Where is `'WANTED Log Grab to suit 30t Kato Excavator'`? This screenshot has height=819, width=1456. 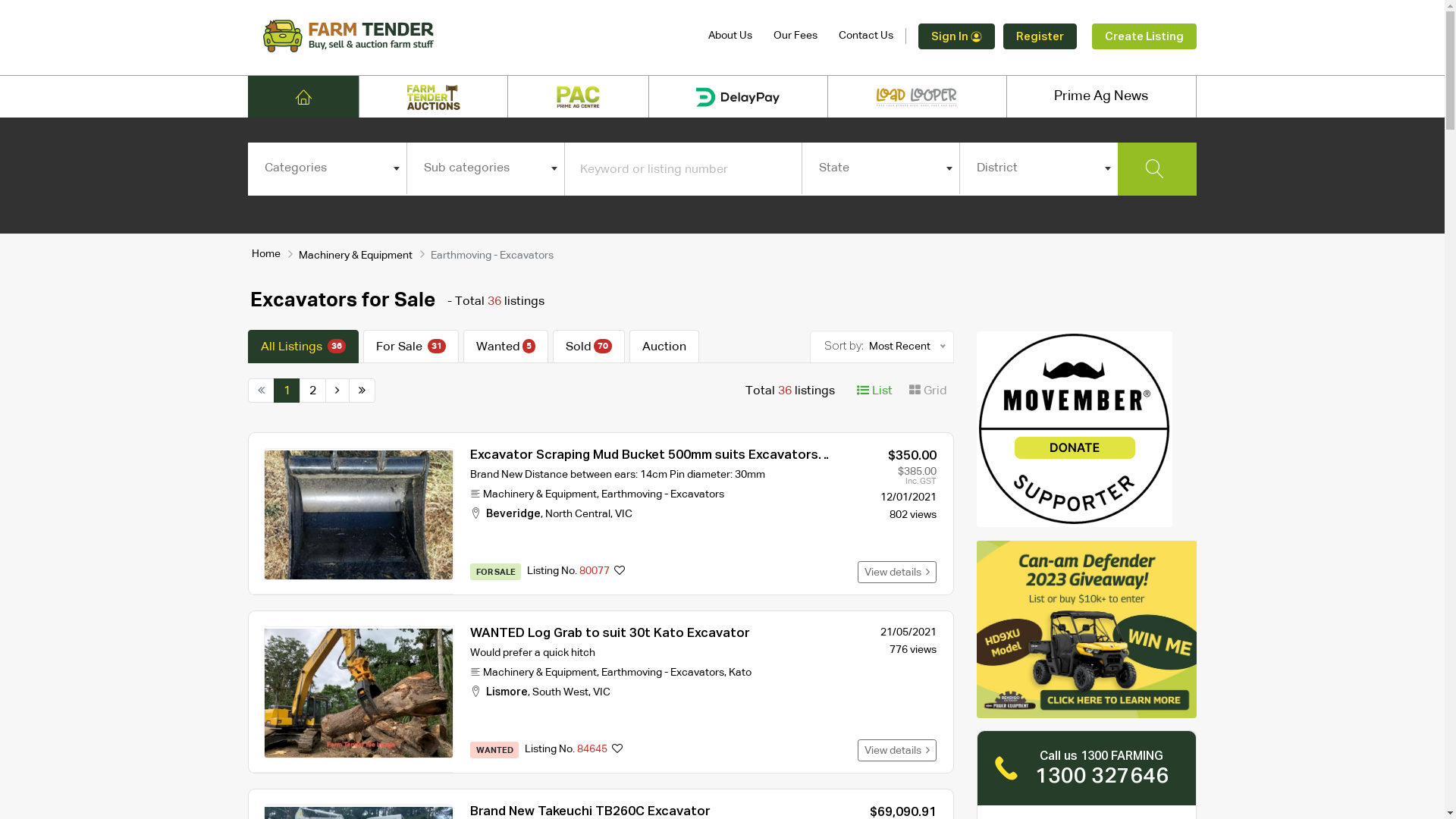
'WANTED Log Grab to suit 30t Kato Excavator' is located at coordinates (610, 633).